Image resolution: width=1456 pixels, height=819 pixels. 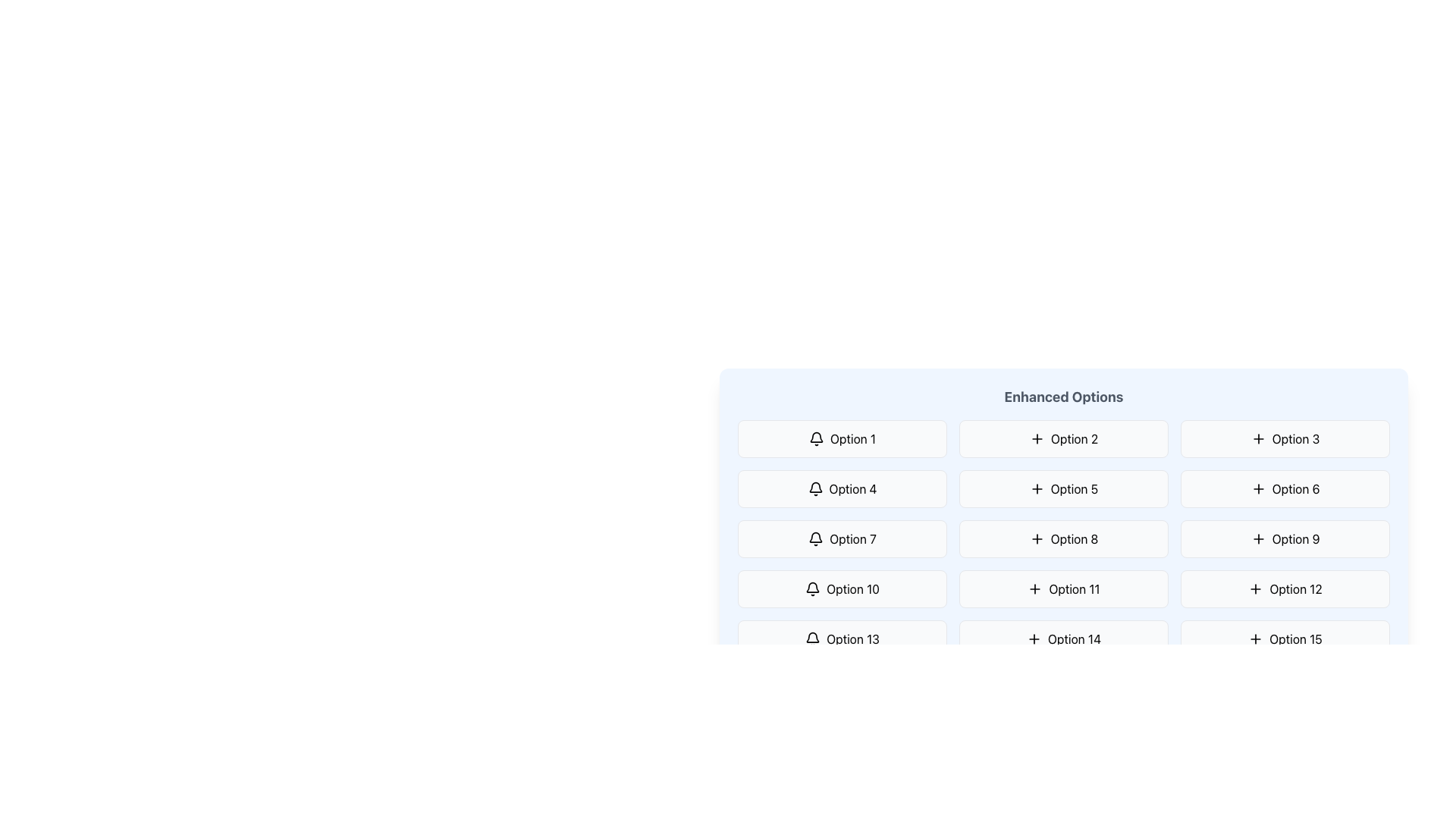 I want to click on the minimalist bell-shaped icon located in the 'Option 4' button area, which is the second item in its column, situated below 'Option 1' and above 'Option 7', so click(x=814, y=487).